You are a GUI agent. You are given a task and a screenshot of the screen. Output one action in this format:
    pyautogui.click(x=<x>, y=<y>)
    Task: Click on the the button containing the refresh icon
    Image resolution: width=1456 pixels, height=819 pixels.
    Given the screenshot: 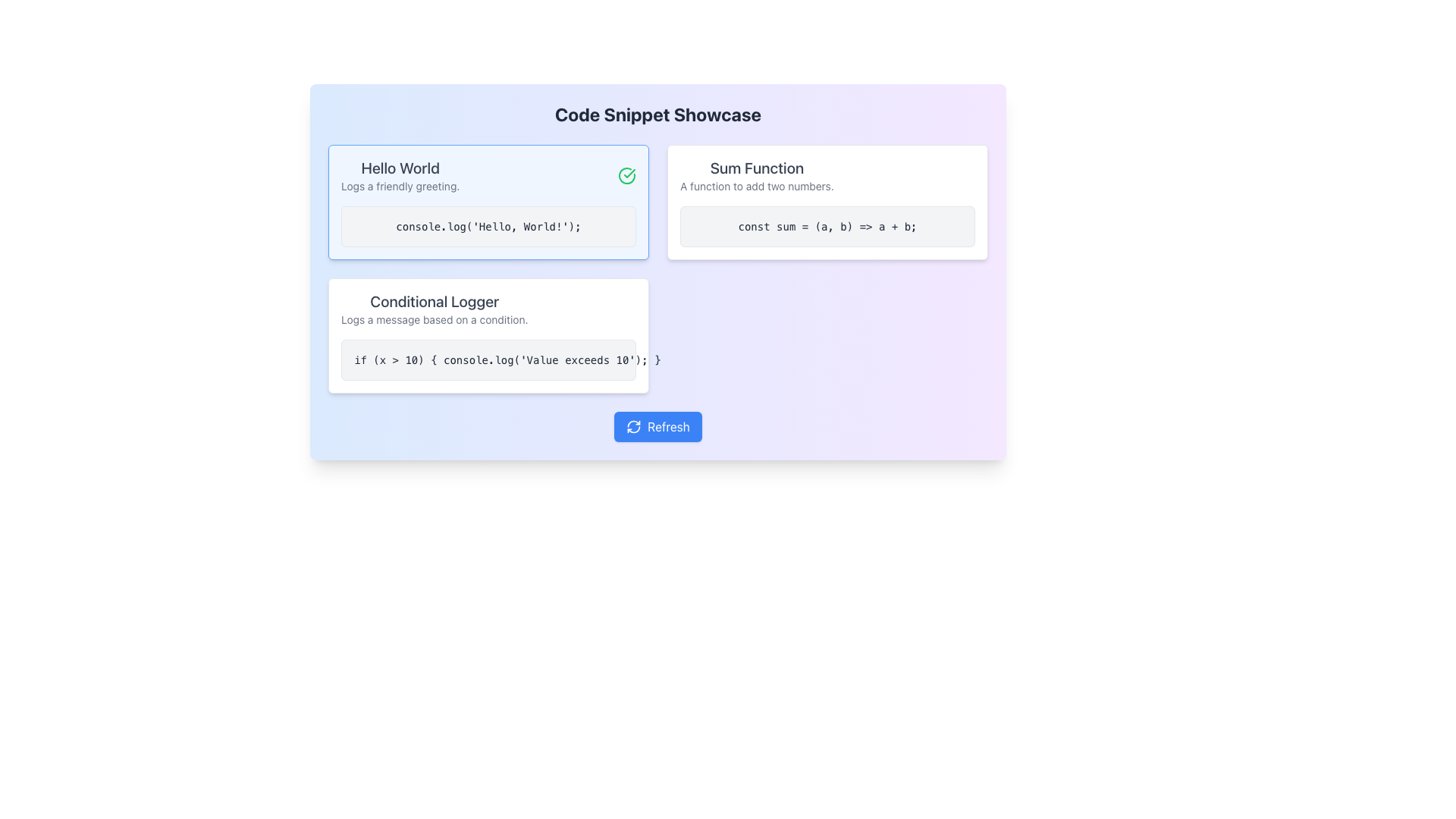 What is the action you would take?
    pyautogui.click(x=634, y=427)
    